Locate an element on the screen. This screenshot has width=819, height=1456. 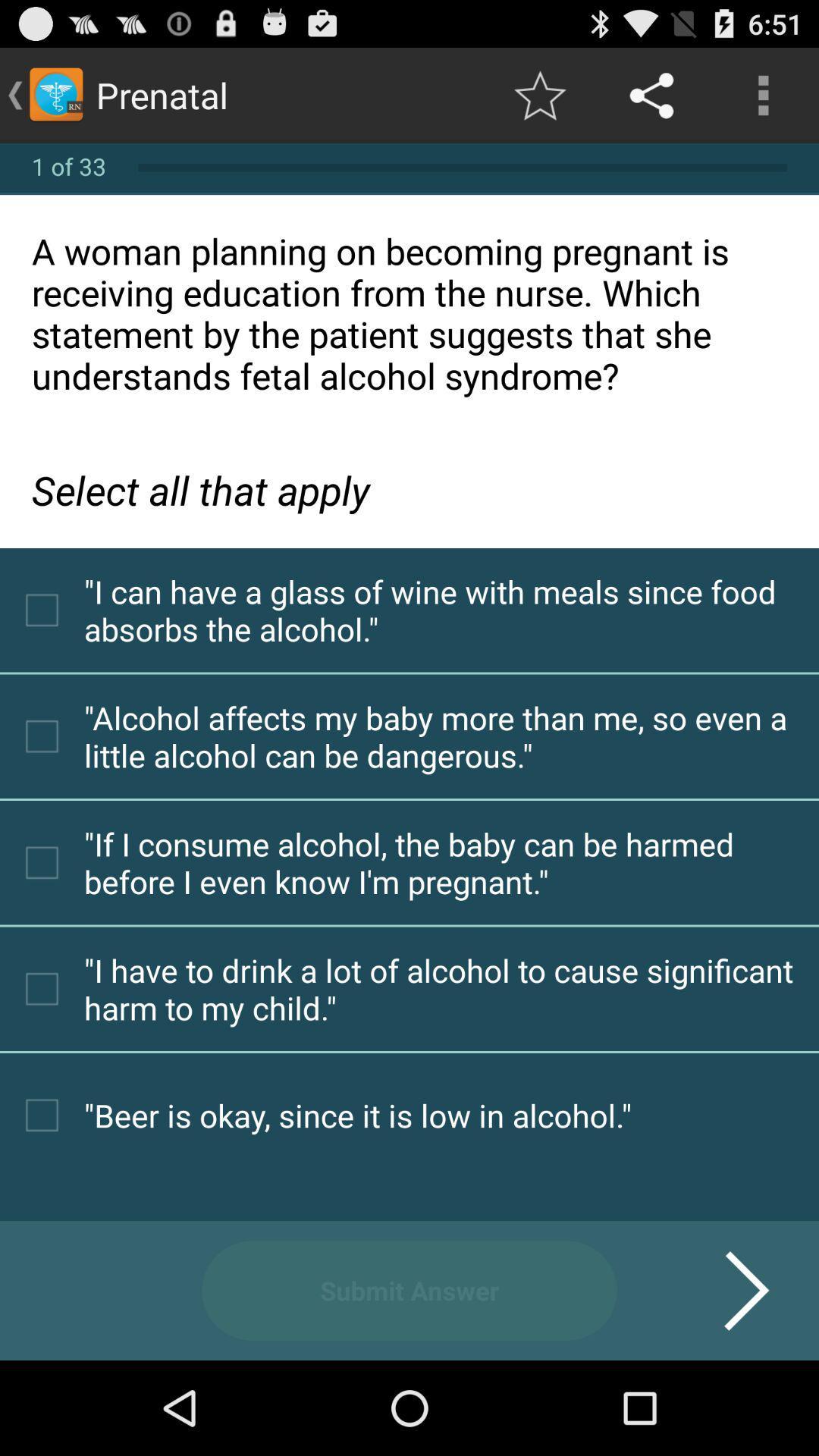
app next to prenatal app is located at coordinates (539, 94).